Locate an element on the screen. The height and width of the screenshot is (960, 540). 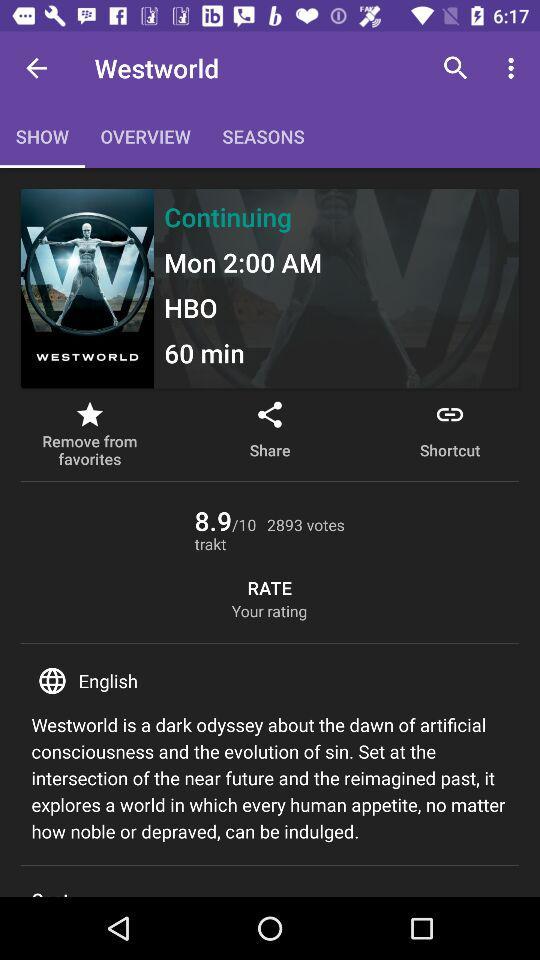
frame below the menu bar is located at coordinates (270, 287).